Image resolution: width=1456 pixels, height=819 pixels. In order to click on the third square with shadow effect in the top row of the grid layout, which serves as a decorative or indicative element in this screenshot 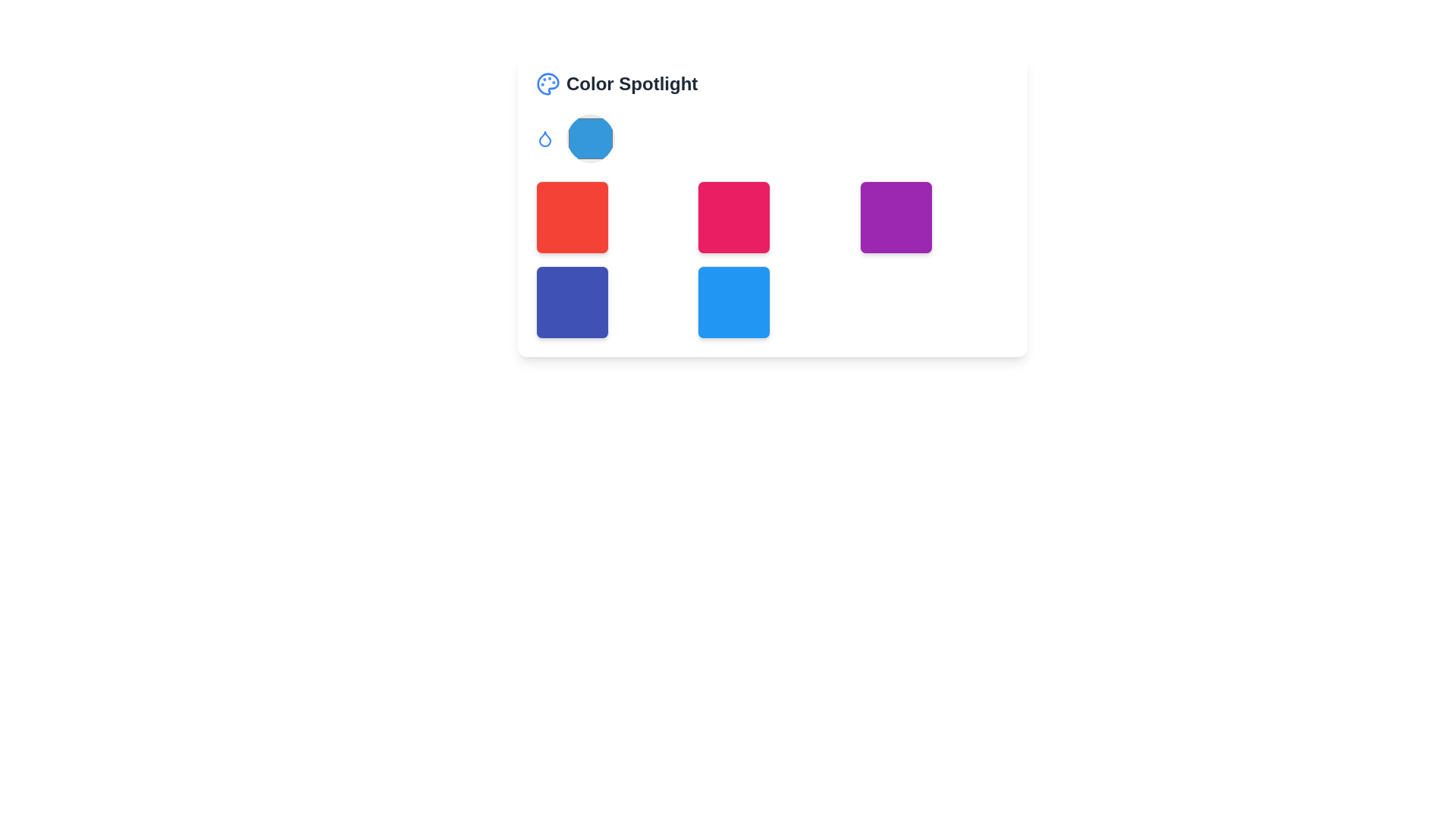, I will do `click(896, 217)`.